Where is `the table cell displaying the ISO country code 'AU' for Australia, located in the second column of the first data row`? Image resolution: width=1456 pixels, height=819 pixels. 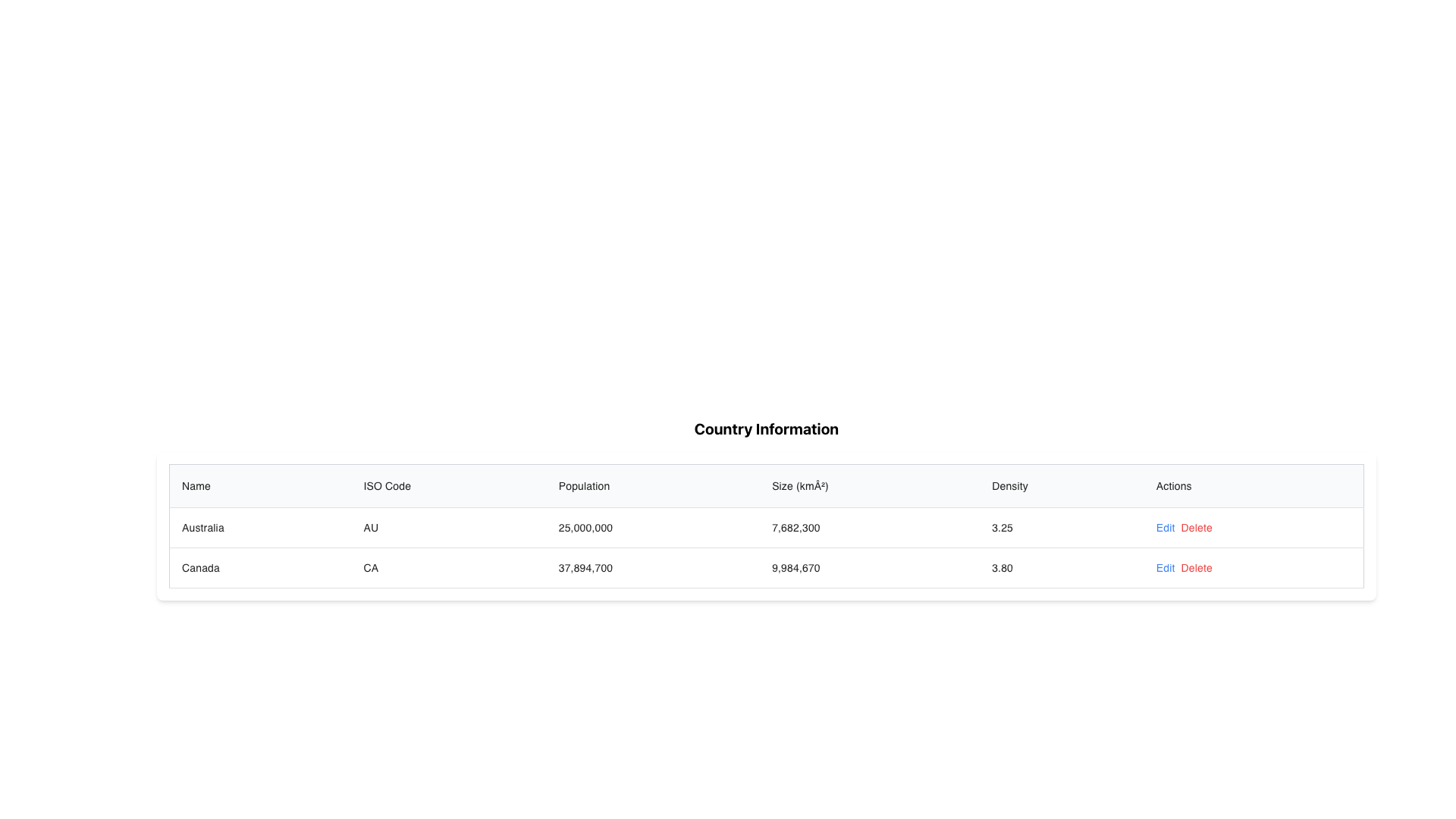 the table cell displaying the ISO country code 'AU' for Australia, located in the second column of the first data row is located at coordinates (448, 527).